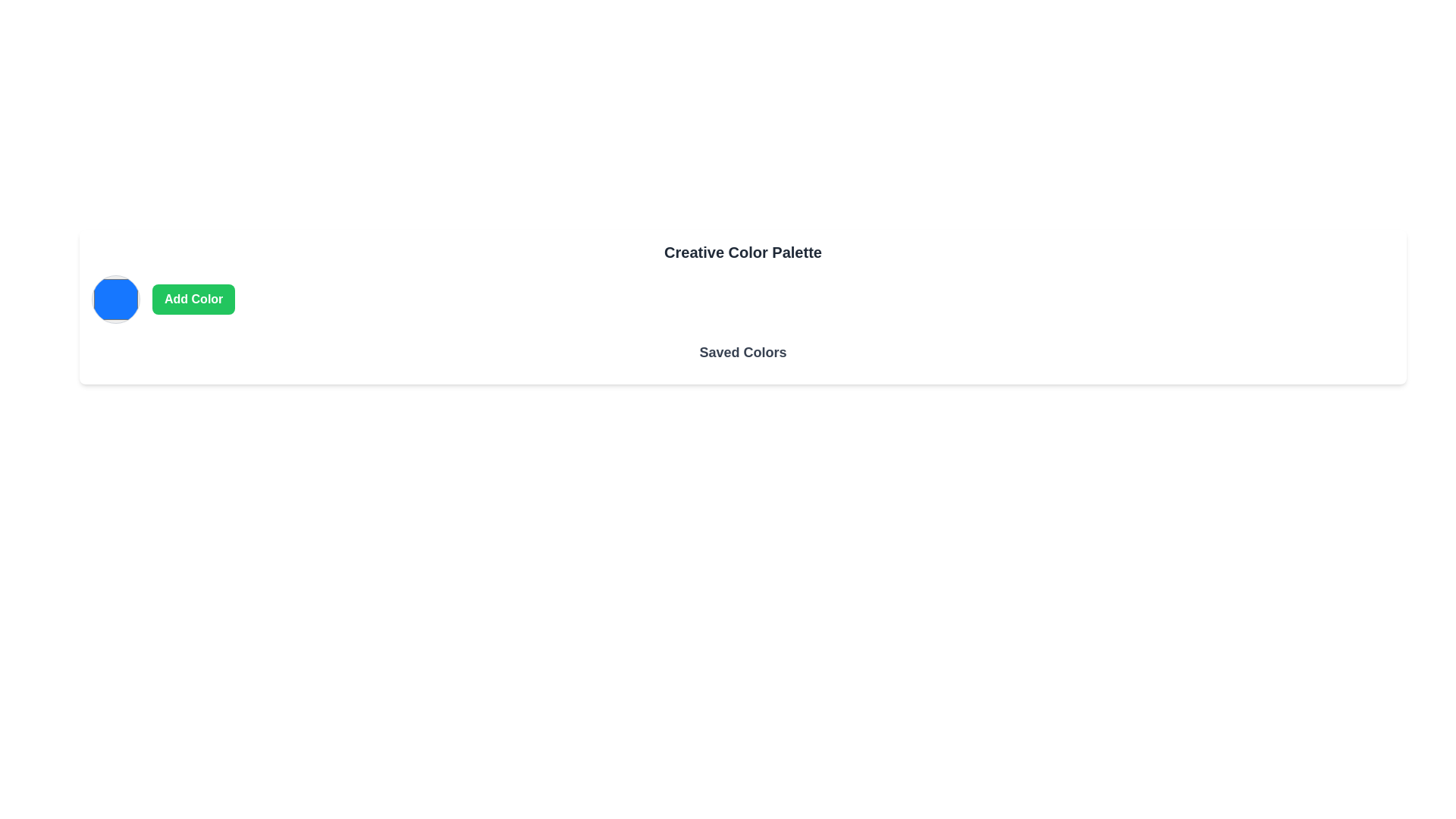 Image resolution: width=1456 pixels, height=819 pixels. What do you see at coordinates (193, 299) in the screenshot?
I see `the green button with rounded corners that has the white text 'Add Color'` at bounding box center [193, 299].